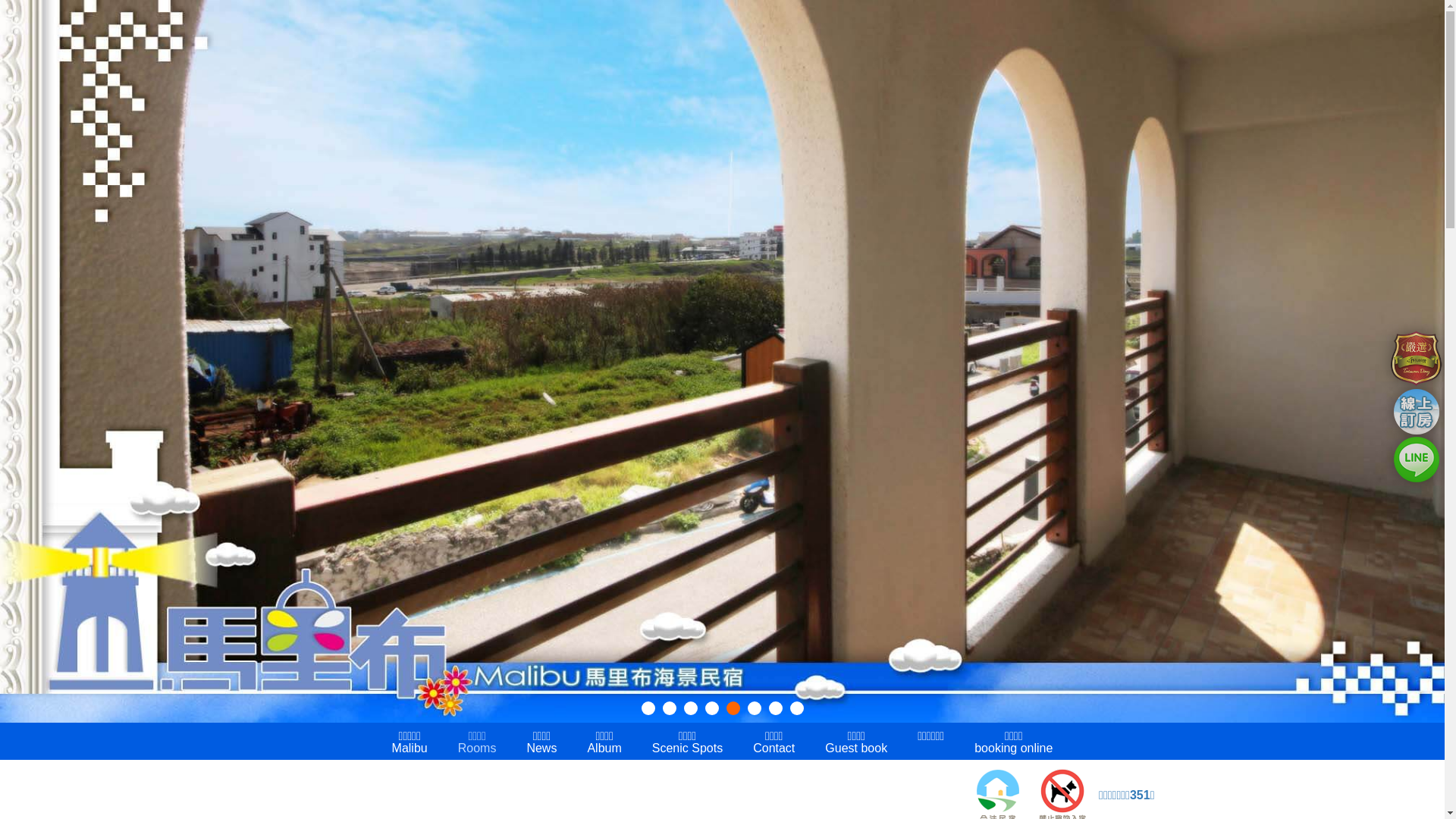 This screenshot has height=819, width=1456. What do you see at coordinates (669, 708) in the screenshot?
I see `'2'` at bounding box center [669, 708].